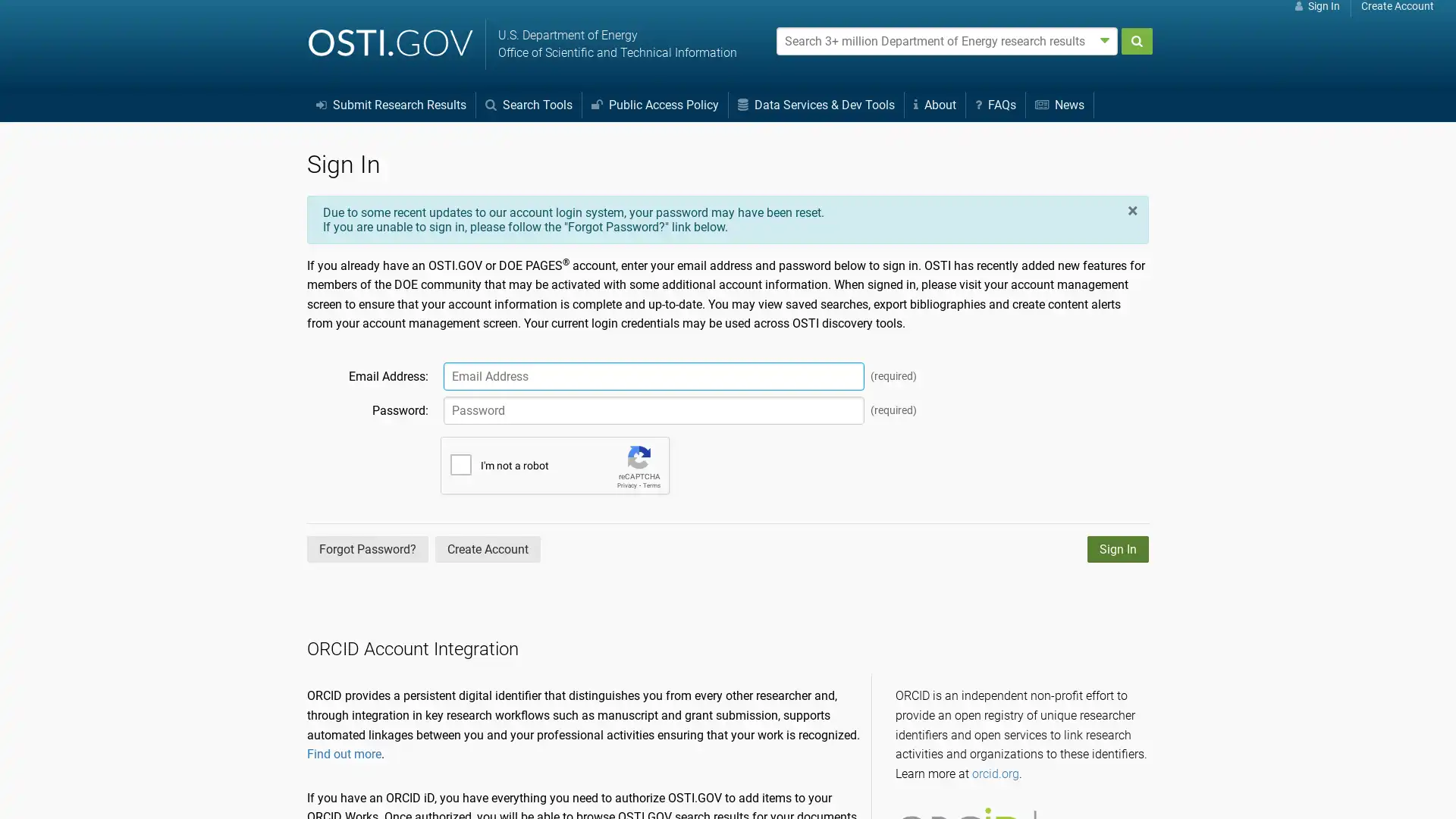 Image resolution: width=1456 pixels, height=819 pixels. I want to click on Sign In, so click(1118, 548).